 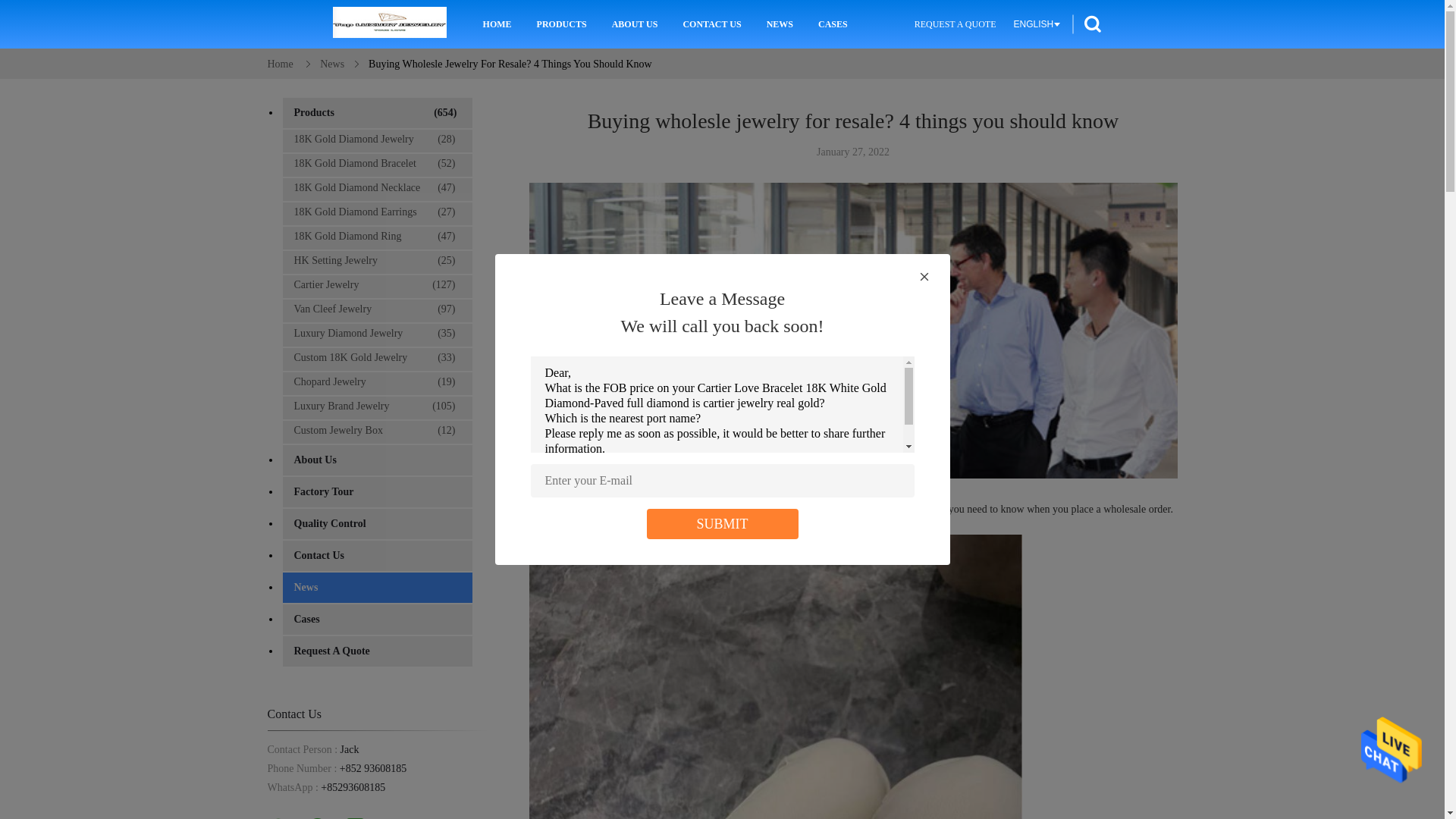 What do you see at coordinates (375, 187) in the screenshot?
I see `'18K Gold Diamond Necklace` at bounding box center [375, 187].